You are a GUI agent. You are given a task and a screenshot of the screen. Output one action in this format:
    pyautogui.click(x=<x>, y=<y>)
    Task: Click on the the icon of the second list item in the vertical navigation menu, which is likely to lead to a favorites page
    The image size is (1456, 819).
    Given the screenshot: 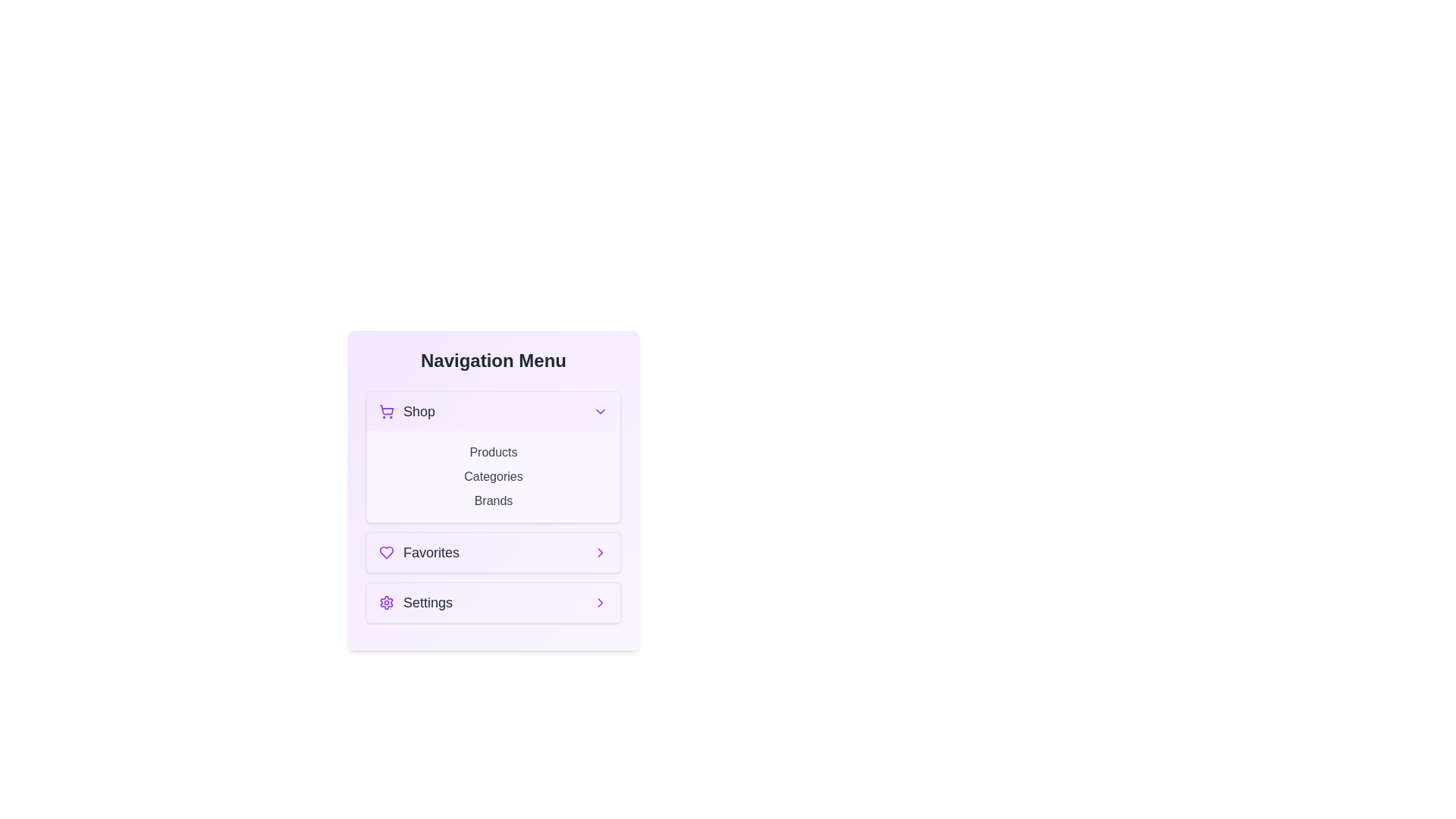 What is the action you would take?
    pyautogui.click(x=419, y=553)
    